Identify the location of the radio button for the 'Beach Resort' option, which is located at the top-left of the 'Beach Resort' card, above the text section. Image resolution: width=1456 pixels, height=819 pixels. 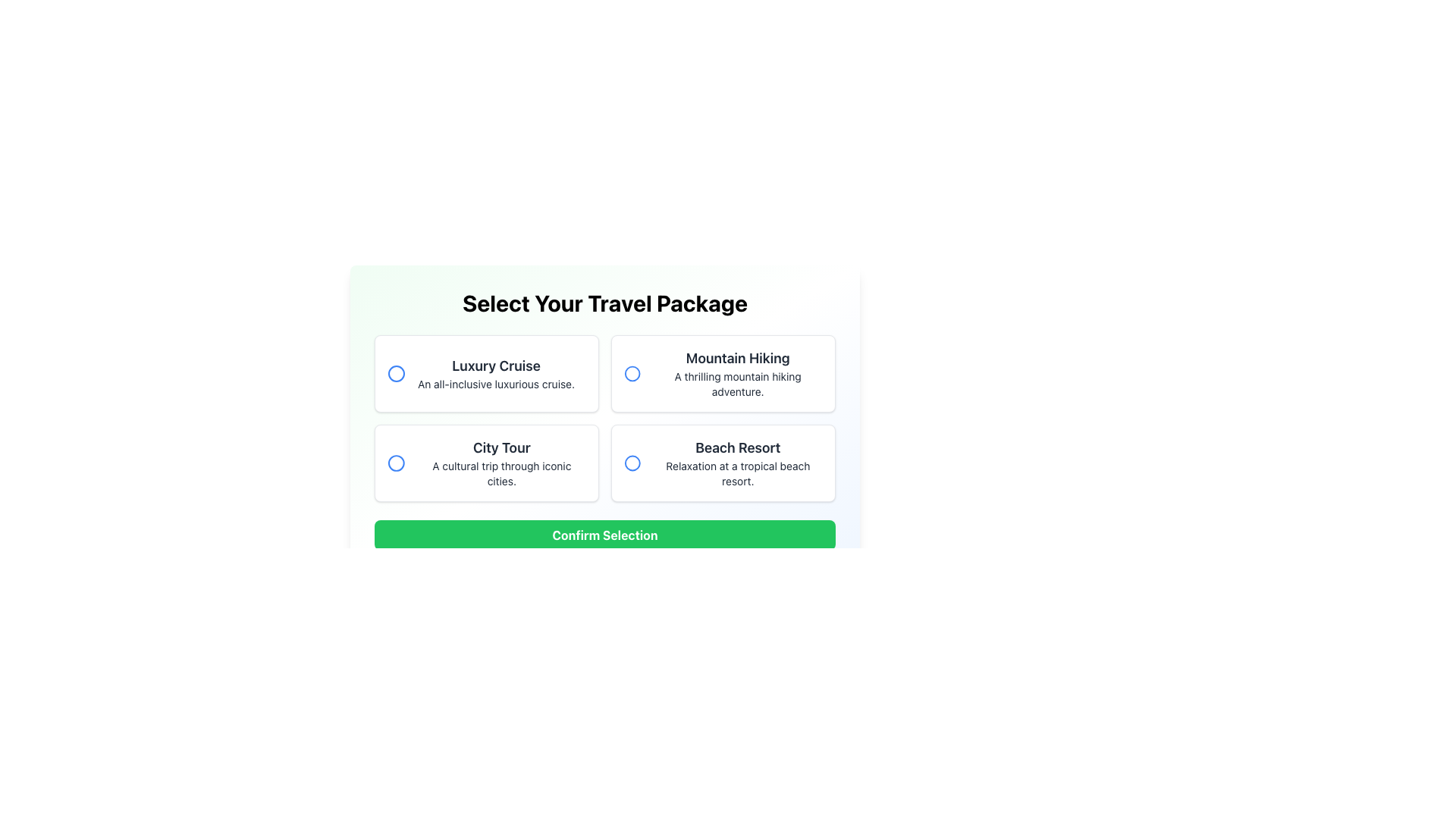
(632, 462).